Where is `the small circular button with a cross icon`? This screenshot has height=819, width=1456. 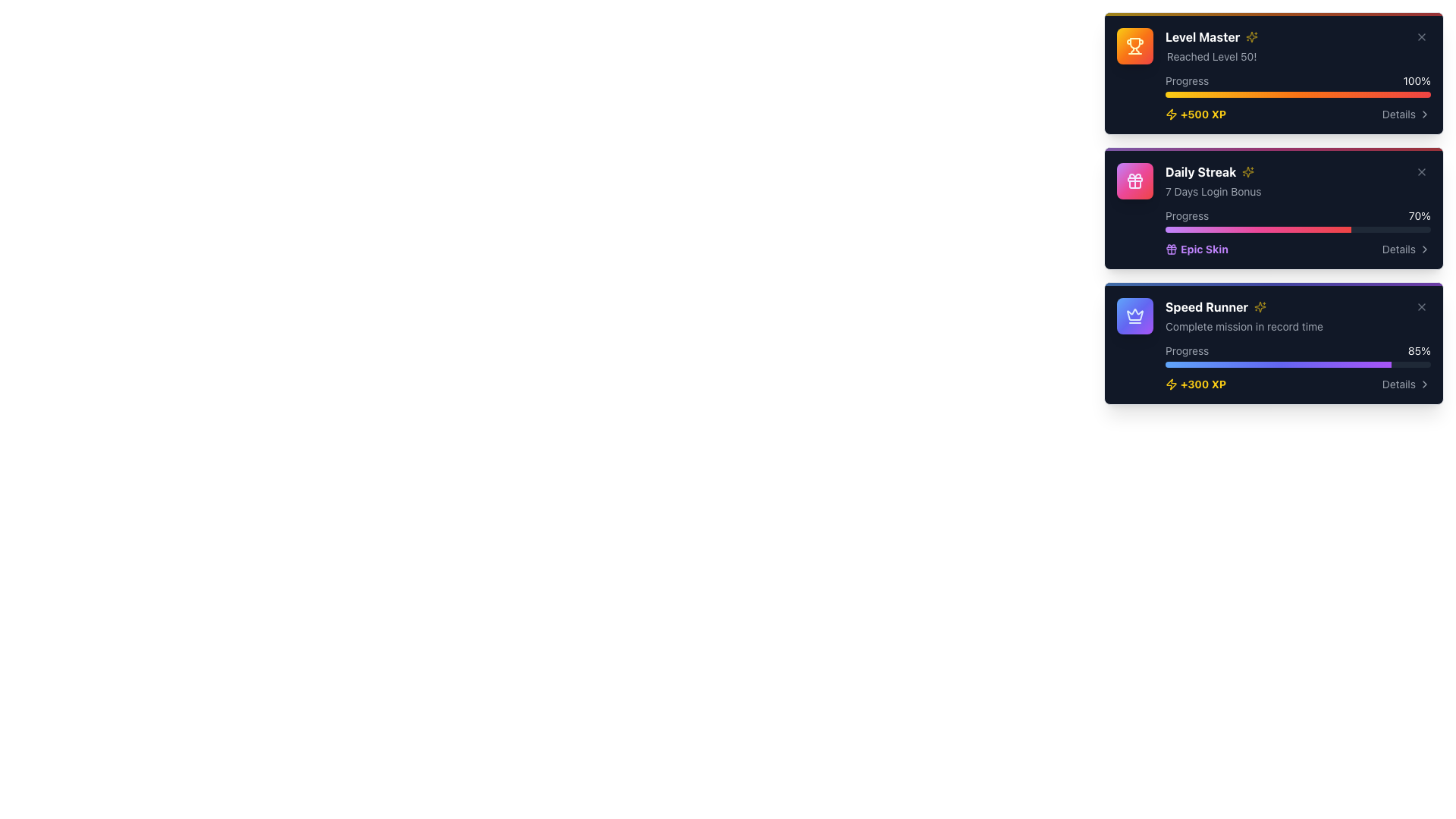 the small circular button with a cross icon is located at coordinates (1421, 36).